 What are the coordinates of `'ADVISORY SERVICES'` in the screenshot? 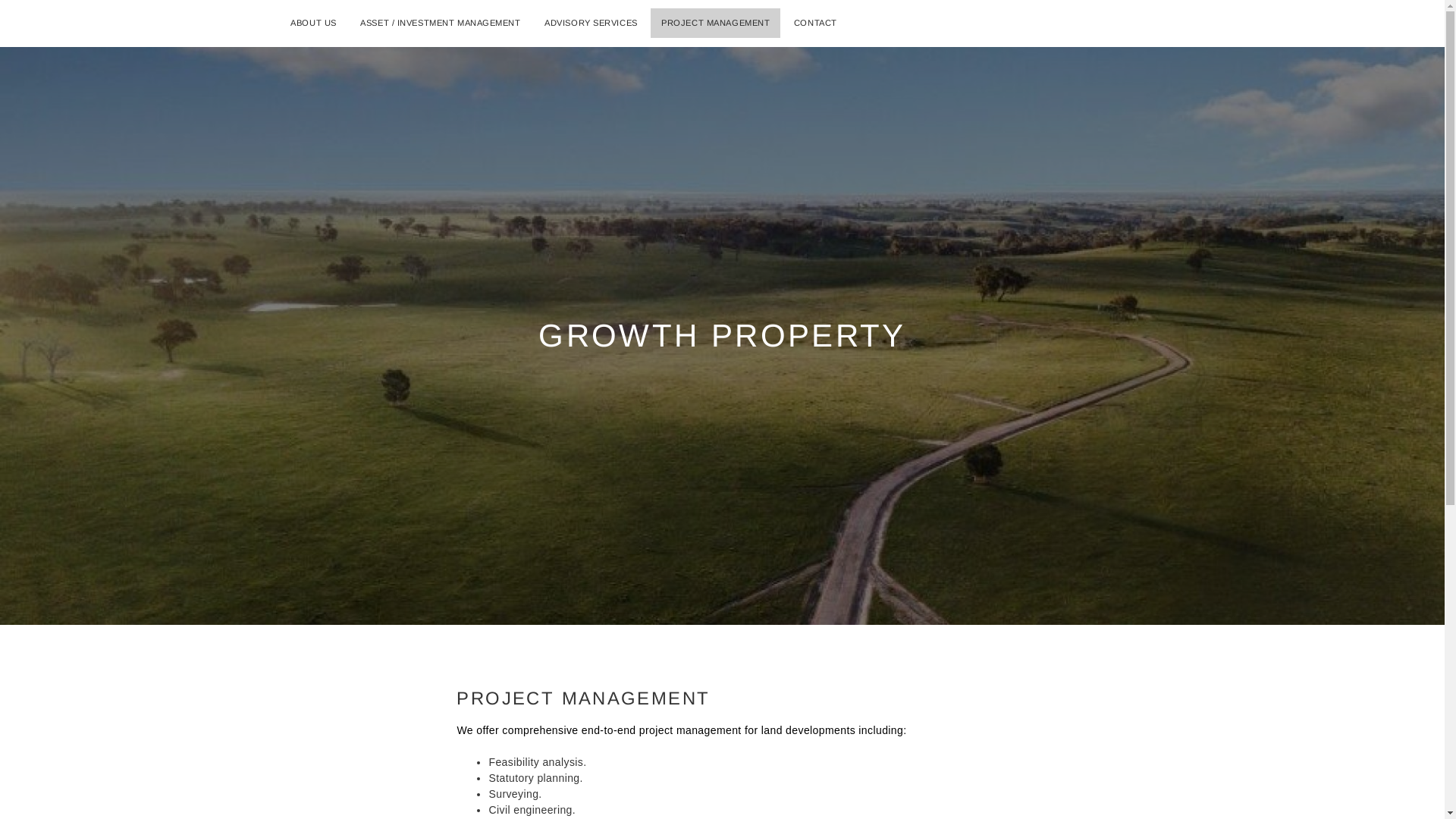 It's located at (590, 23).